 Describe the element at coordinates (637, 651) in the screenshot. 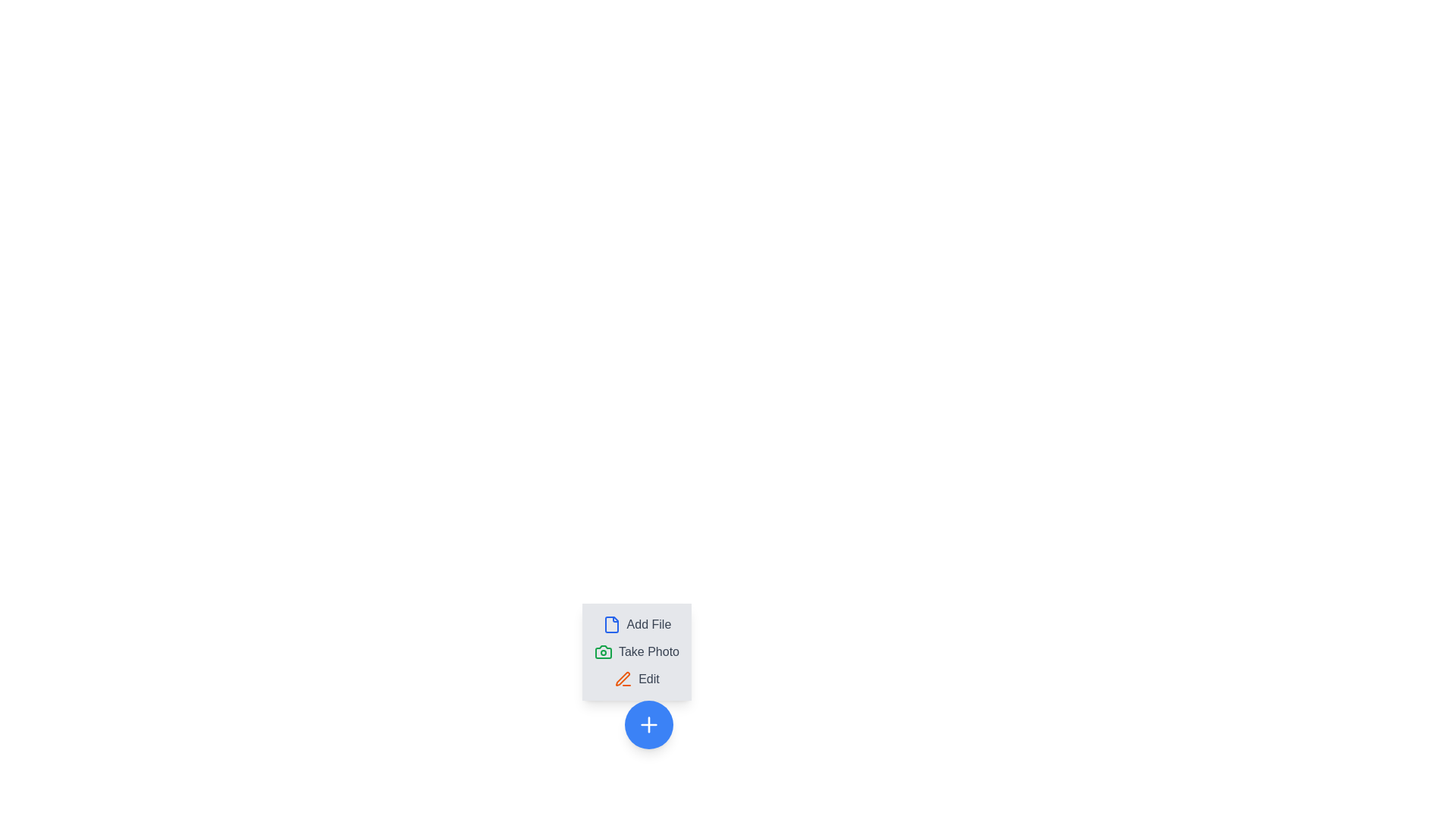

I see `the photo capture button located in the floating menu at the bottom-right of the interface, positioned between the 'Add File' and 'Edit' buttons` at that location.